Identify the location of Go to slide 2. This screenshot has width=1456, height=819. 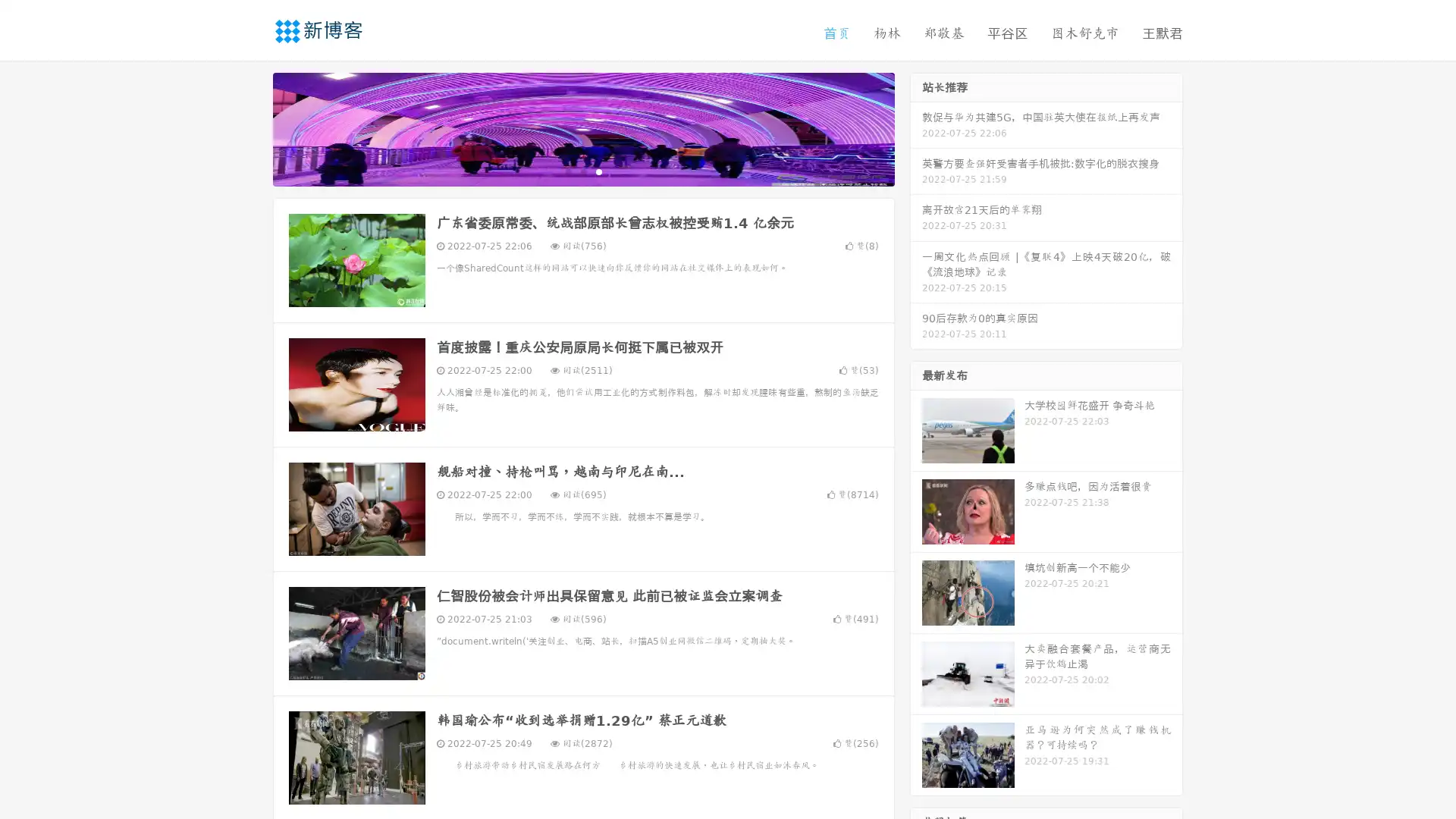
(582, 171).